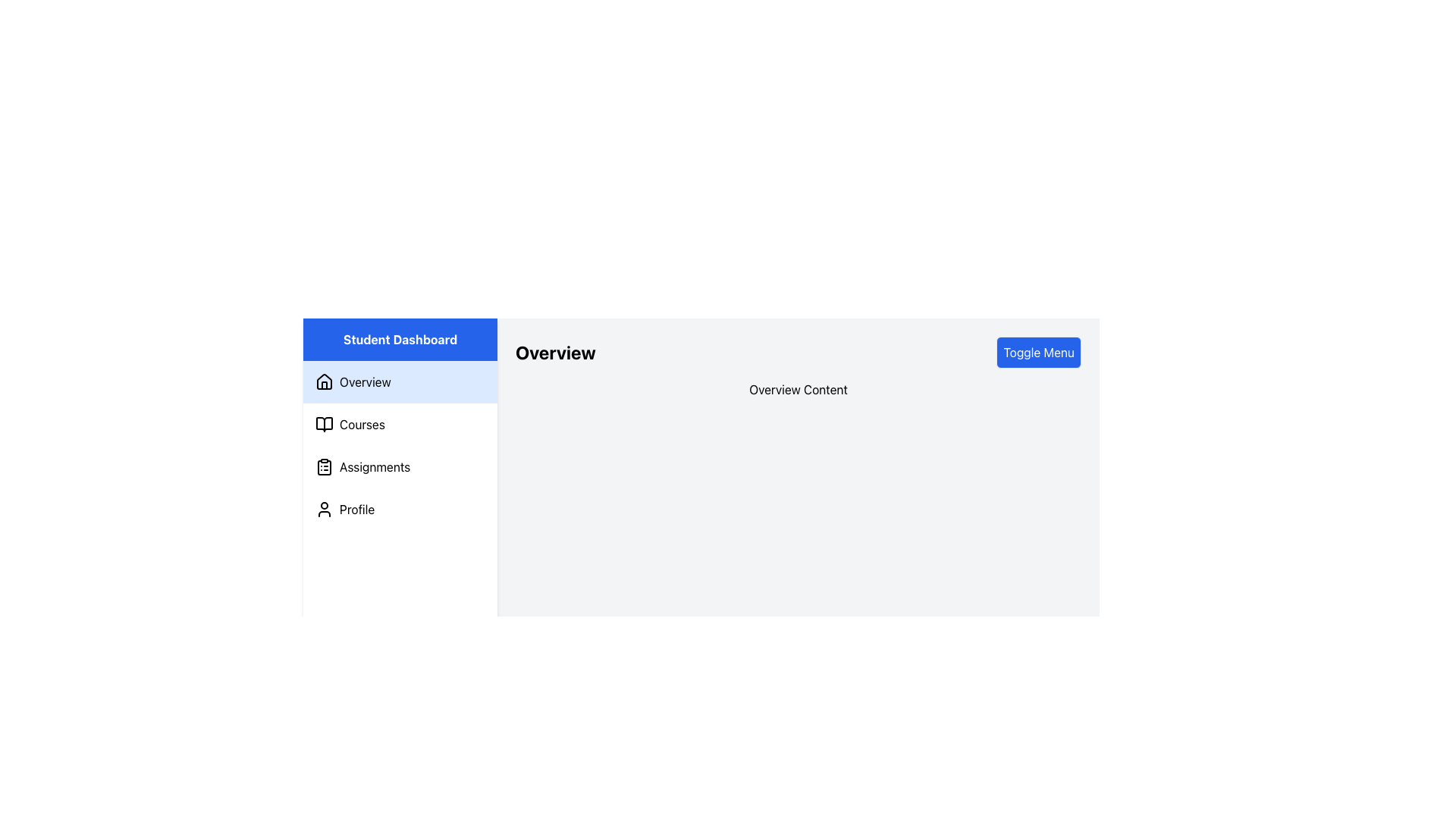  I want to click on the rectangular button with a blue background and white text that says 'Toggle Menu', so click(1038, 353).